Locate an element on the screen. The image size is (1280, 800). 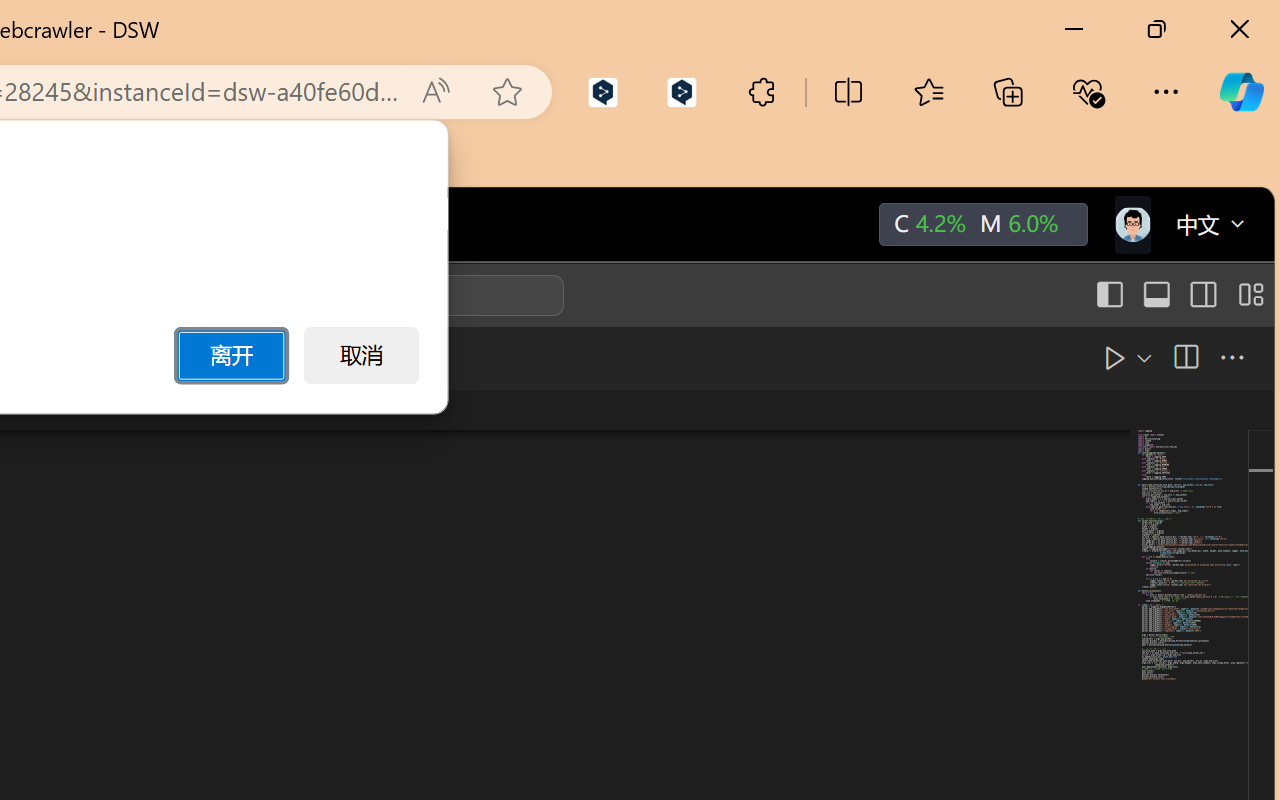
'Toggle Panel (Ctrl+J)' is located at coordinates (1155, 295).